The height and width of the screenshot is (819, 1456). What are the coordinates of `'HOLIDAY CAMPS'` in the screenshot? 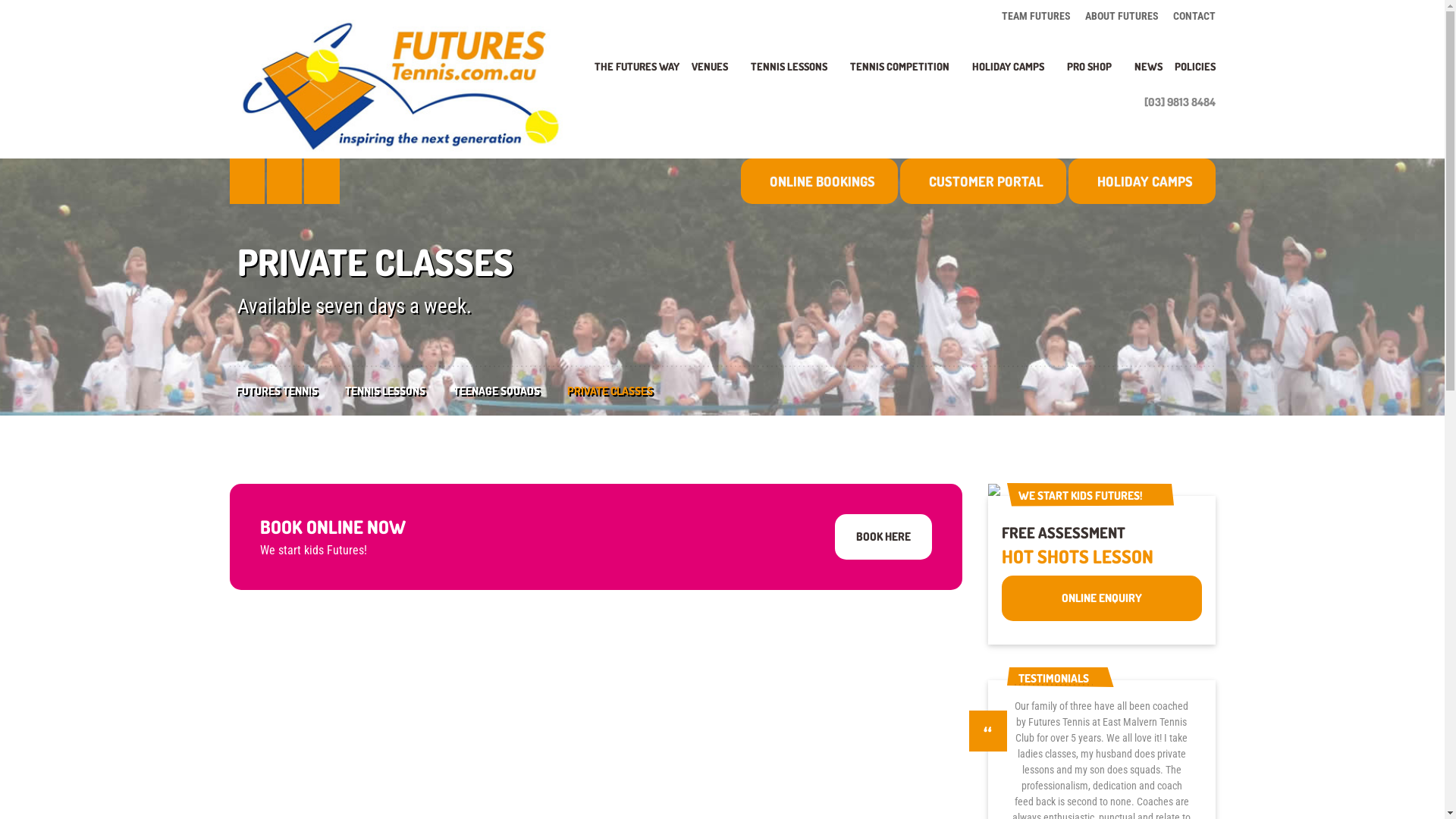 It's located at (1142, 180).